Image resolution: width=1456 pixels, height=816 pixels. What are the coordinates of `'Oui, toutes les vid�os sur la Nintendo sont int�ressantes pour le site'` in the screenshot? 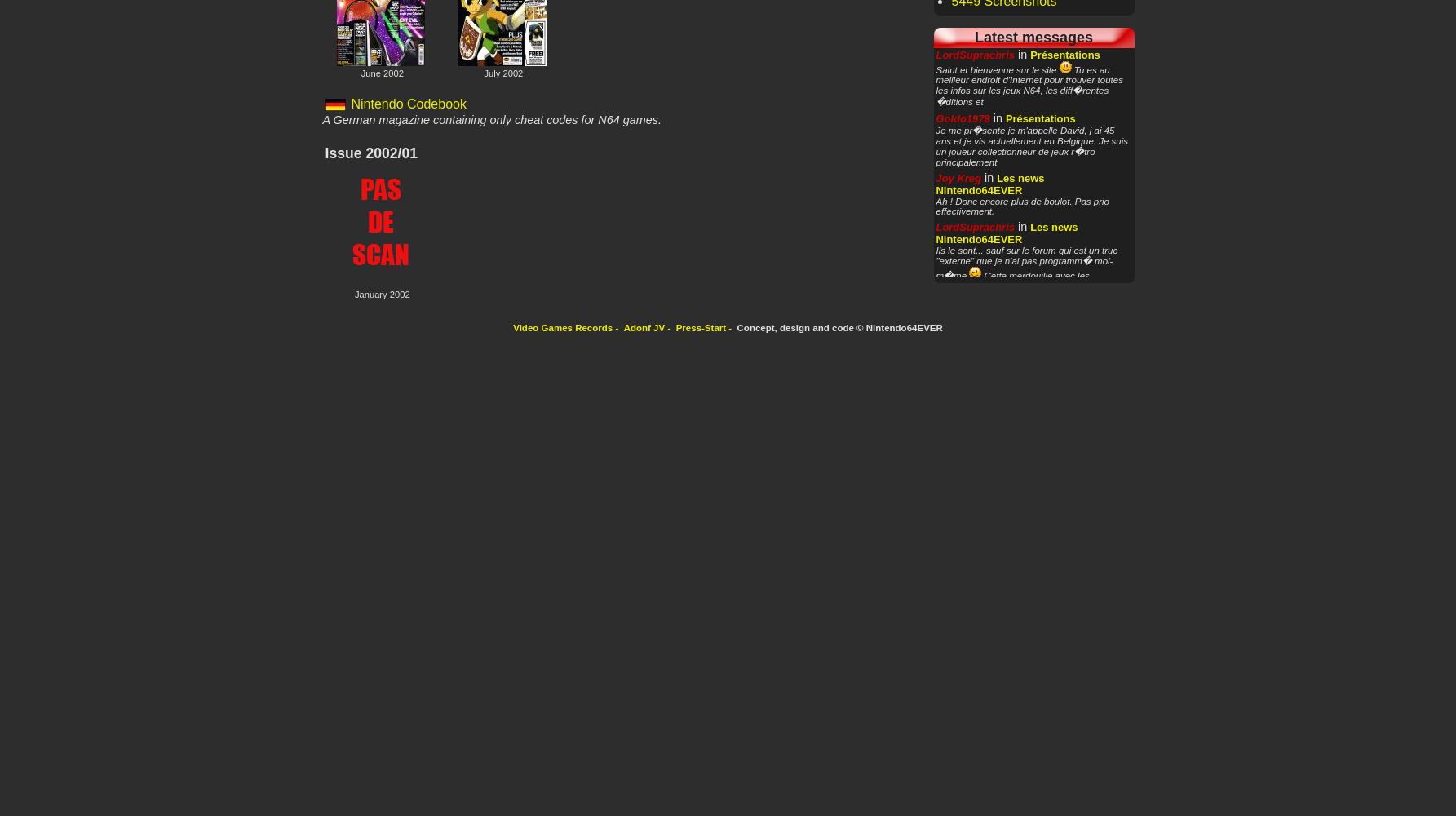 It's located at (1025, 481).